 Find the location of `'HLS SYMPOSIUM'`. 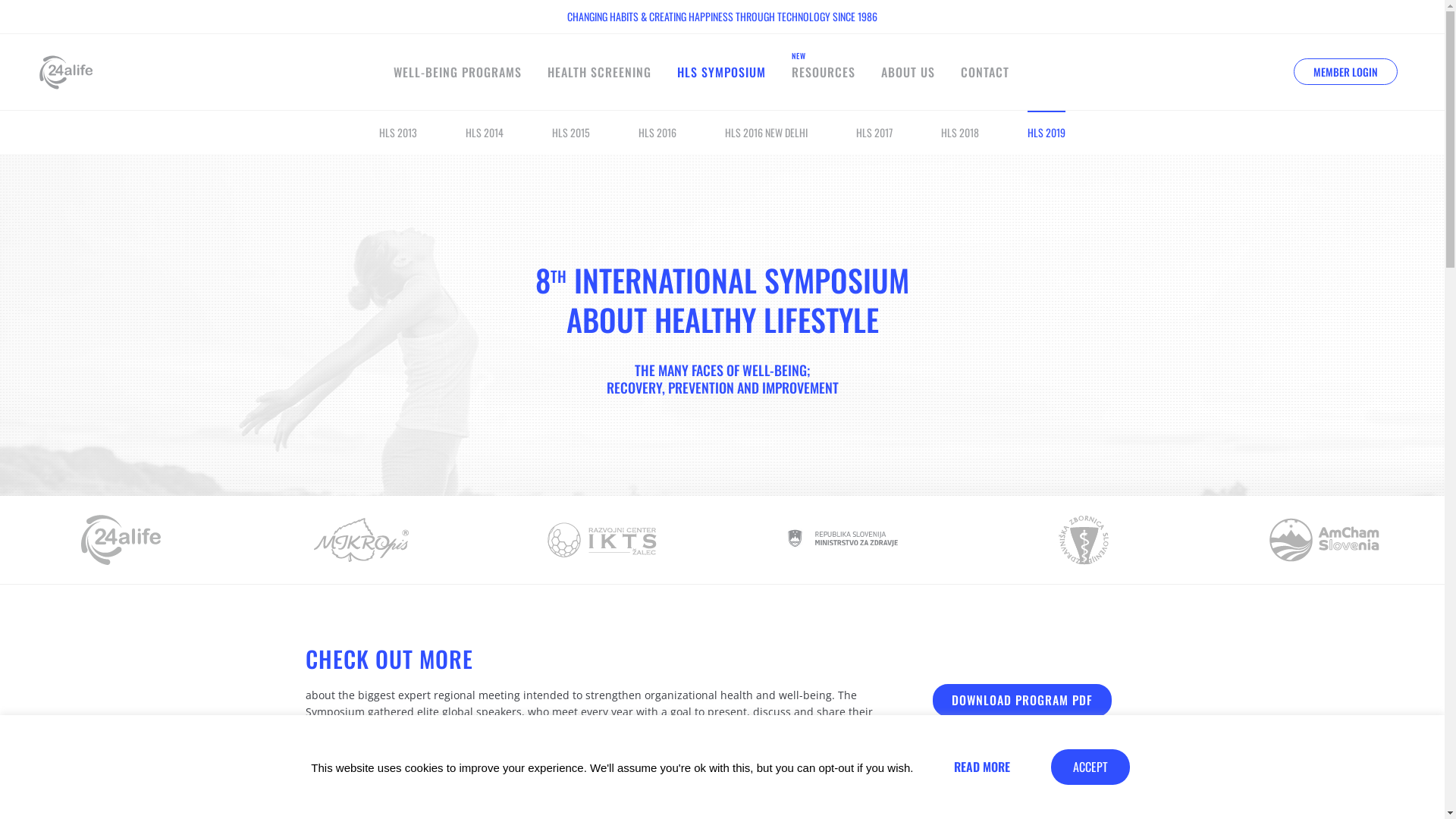

'HLS SYMPOSIUM' is located at coordinates (720, 72).